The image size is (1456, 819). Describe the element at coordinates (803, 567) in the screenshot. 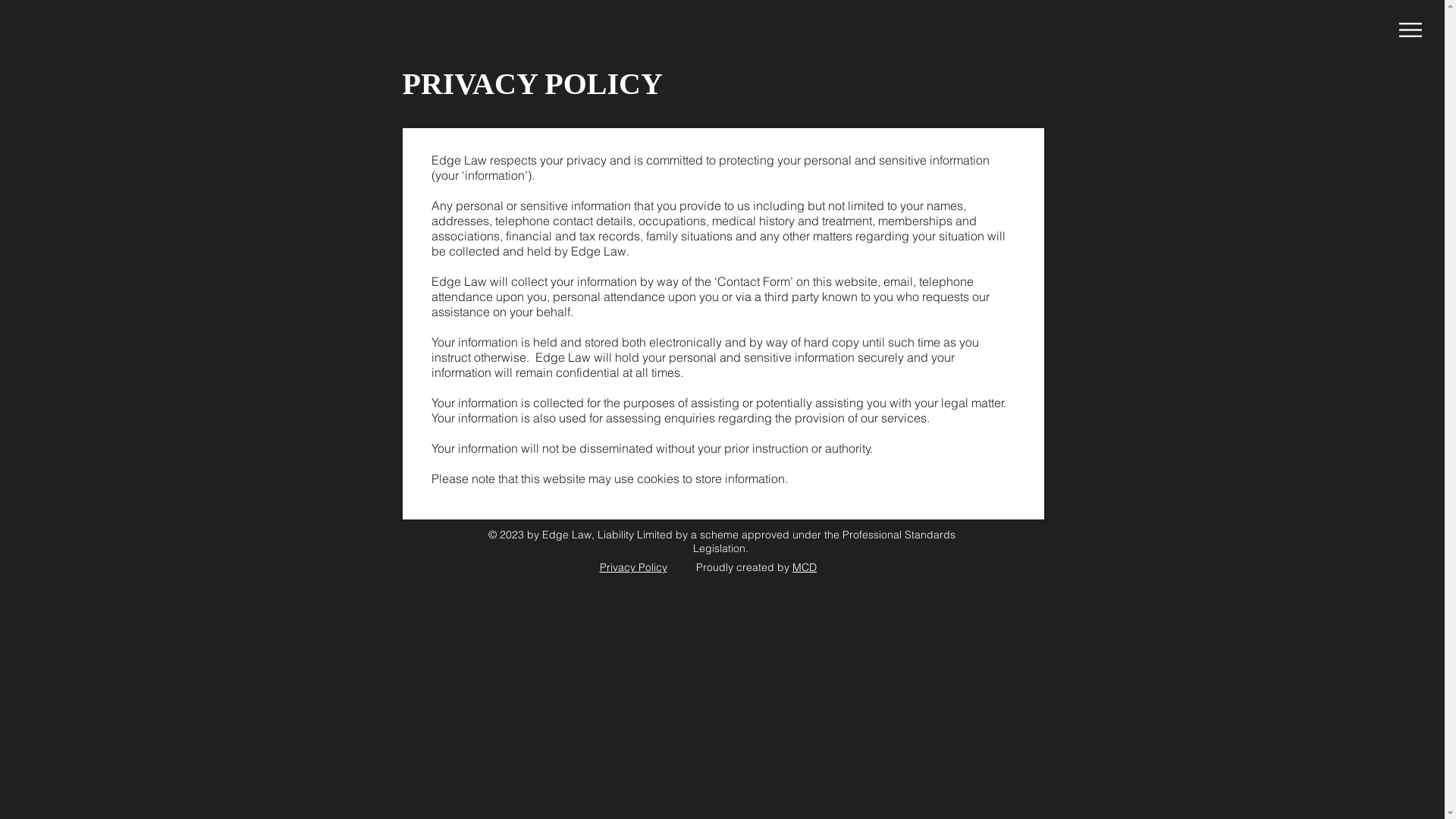

I see `'MCD'` at that location.